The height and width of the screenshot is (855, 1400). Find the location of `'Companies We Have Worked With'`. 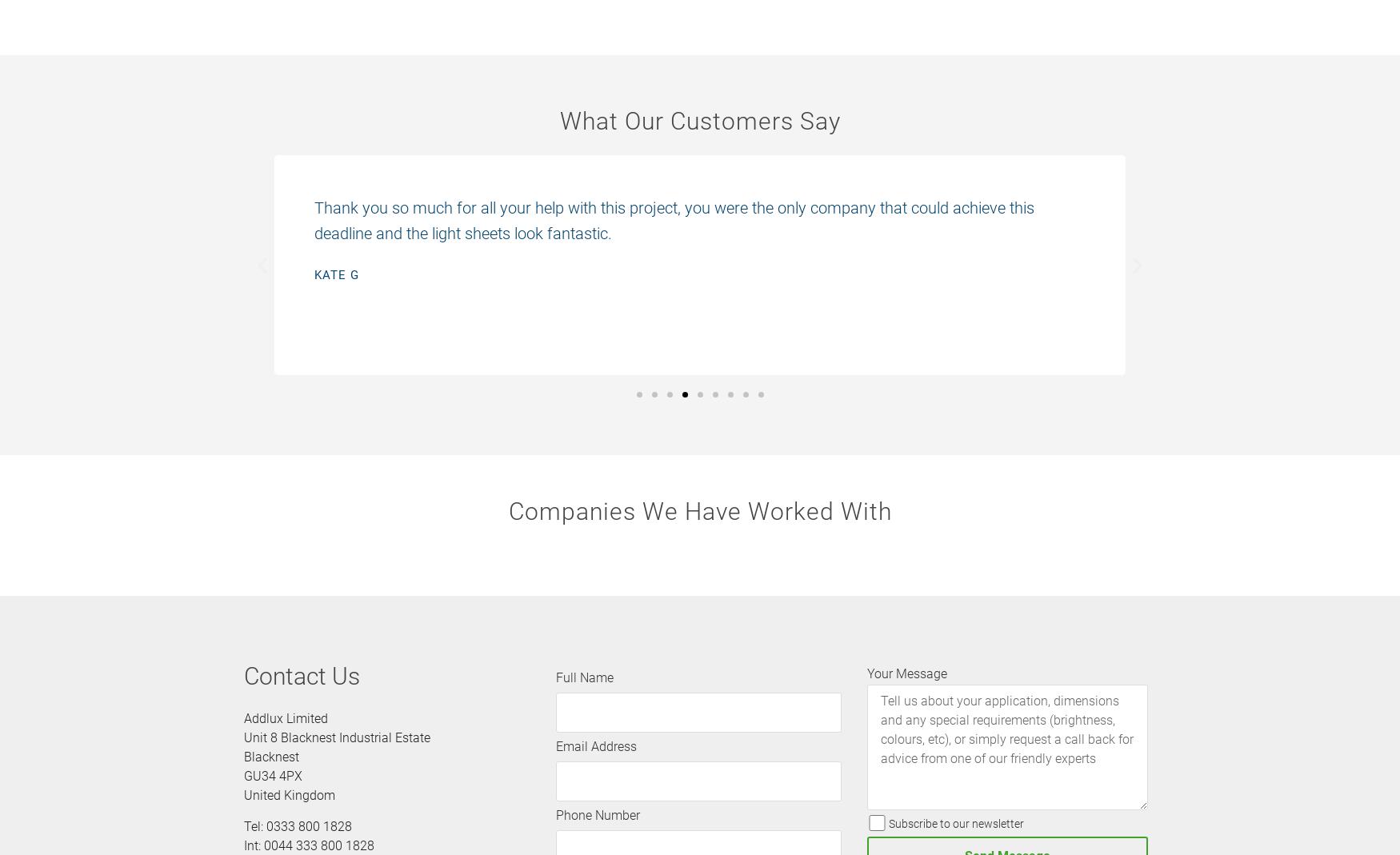

'Companies We Have Worked With' is located at coordinates (699, 511).